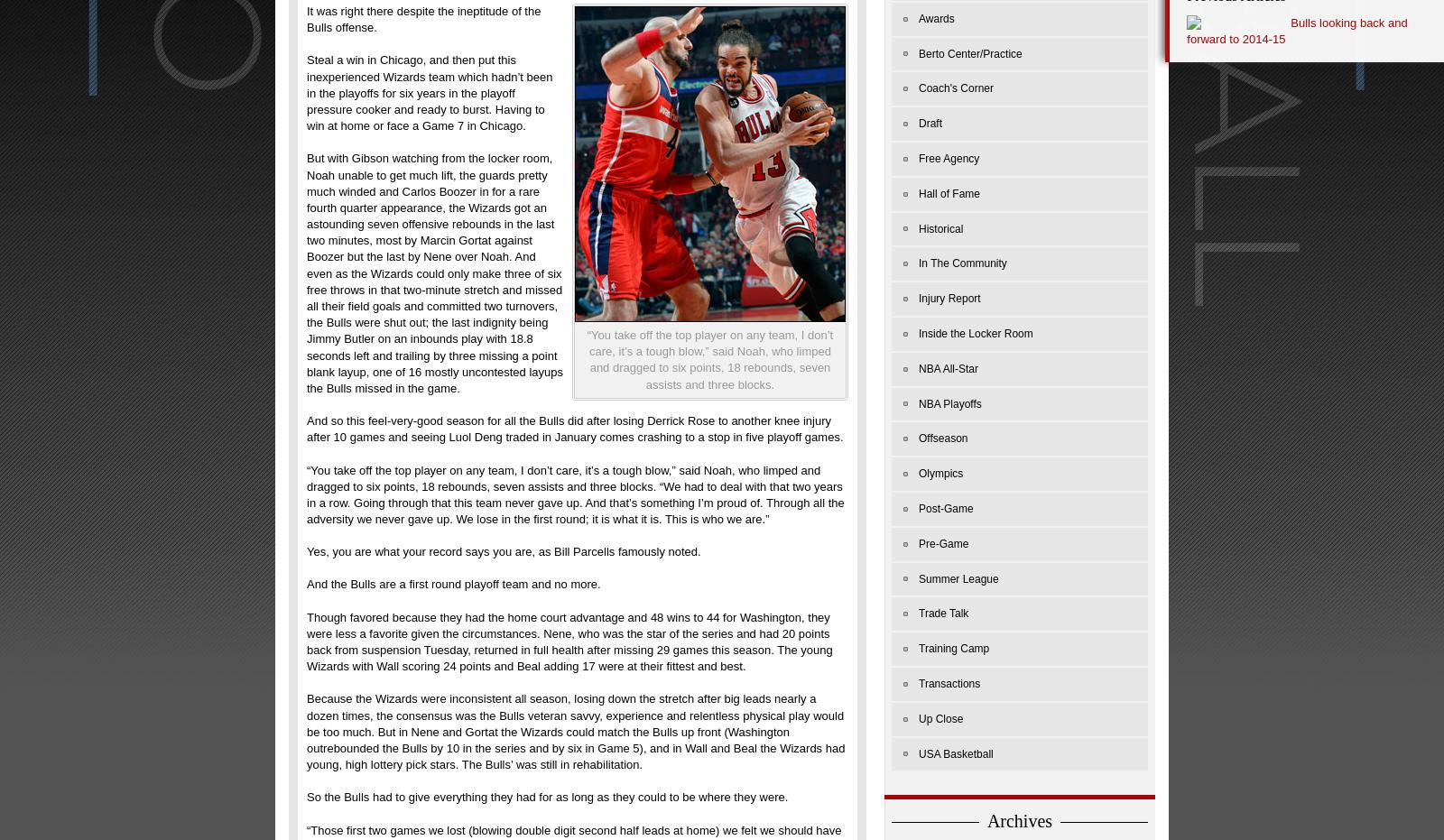 This screenshot has height=840, width=1444. I want to click on 'Awards', so click(936, 17).